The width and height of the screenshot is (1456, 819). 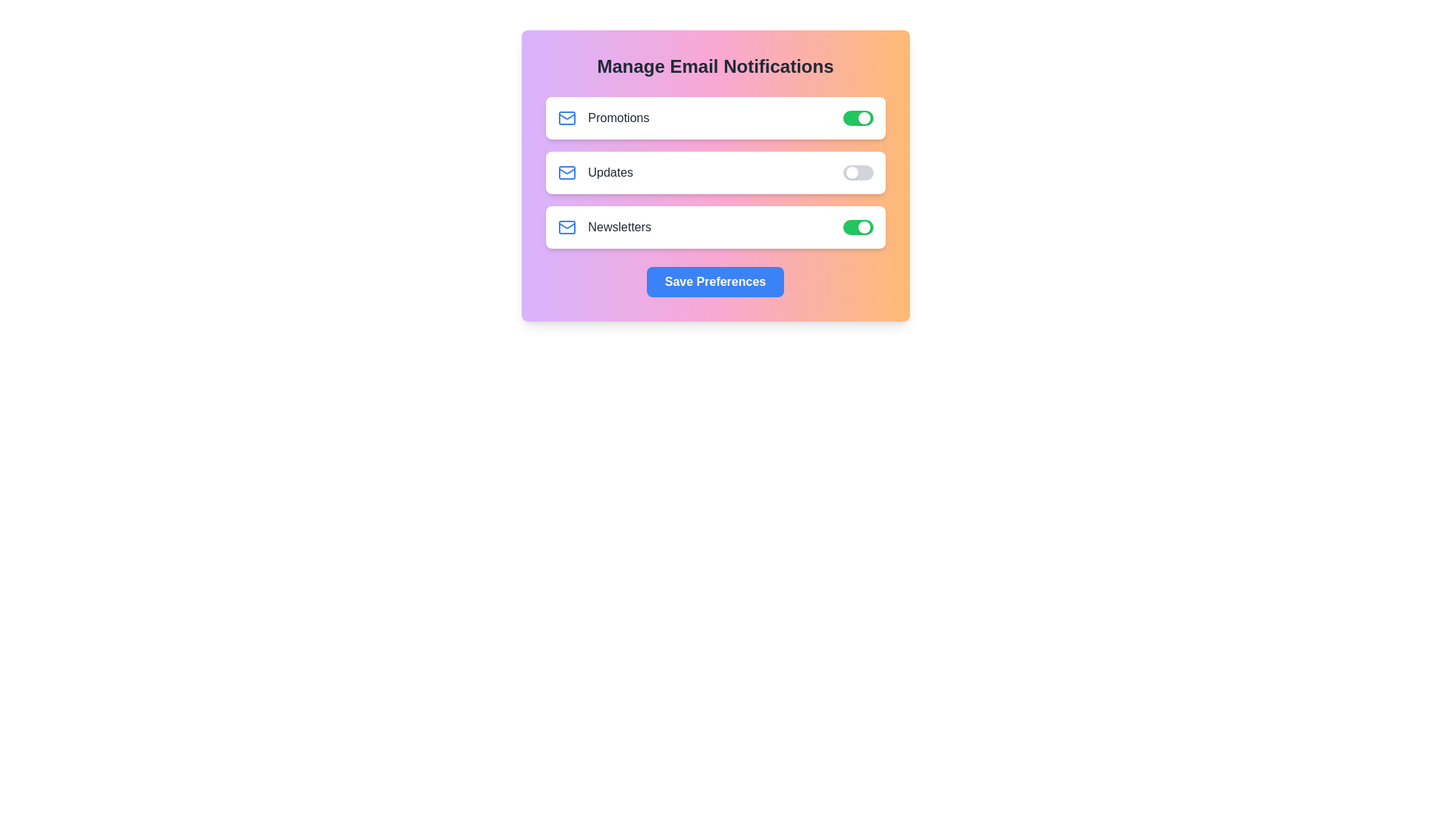 What do you see at coordinates (602, 117) in the screenshot?
I see `the text of the 'Promotions' category to select it` at bounding box center [602, 117].